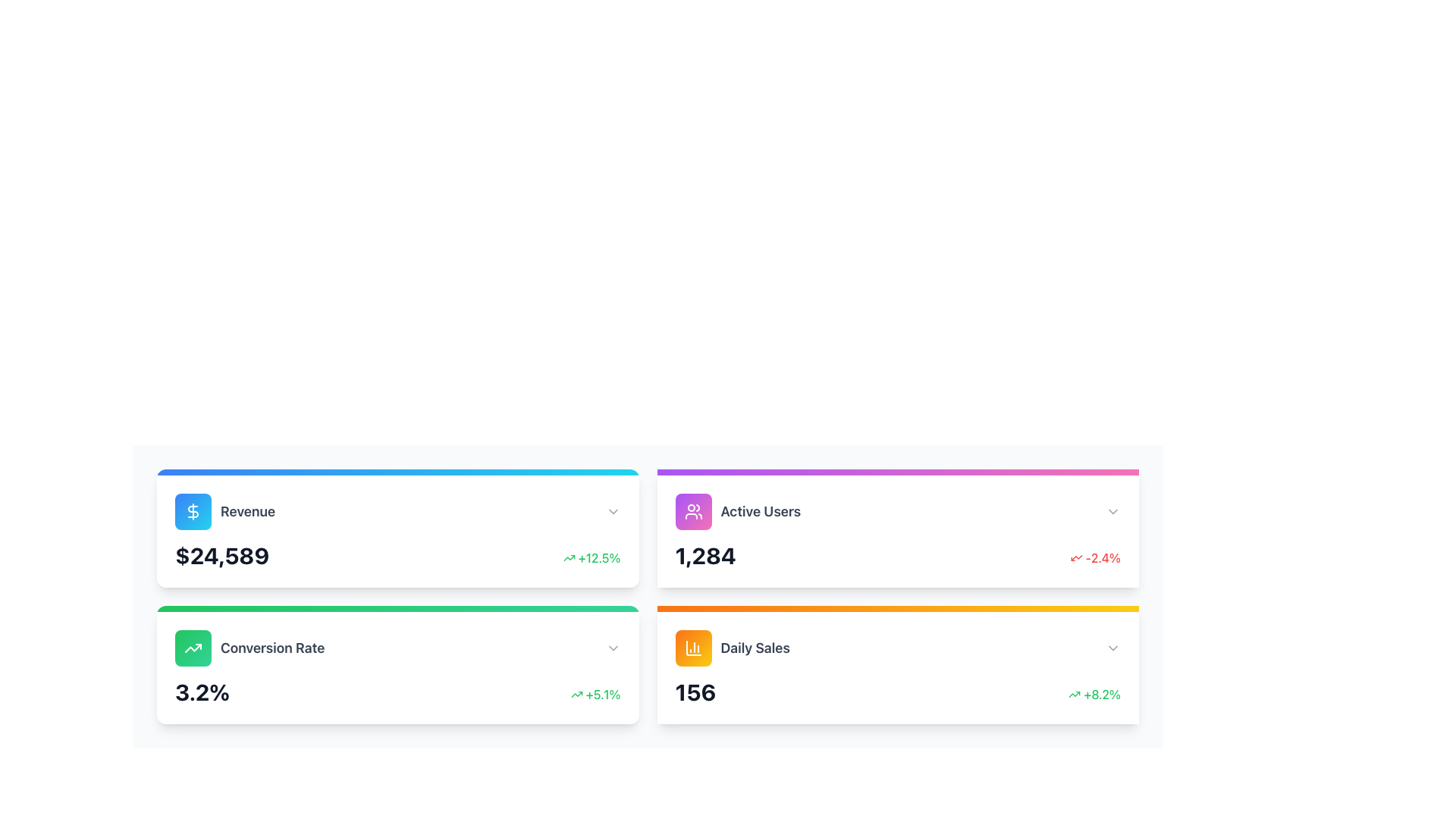  Describe the element at coordinates (591, 558) in the screenshot. I see `displayed percentage value next to the numeral '$24,589' within the 'Revenue' card, which indicates a positive change or growth` at that location.